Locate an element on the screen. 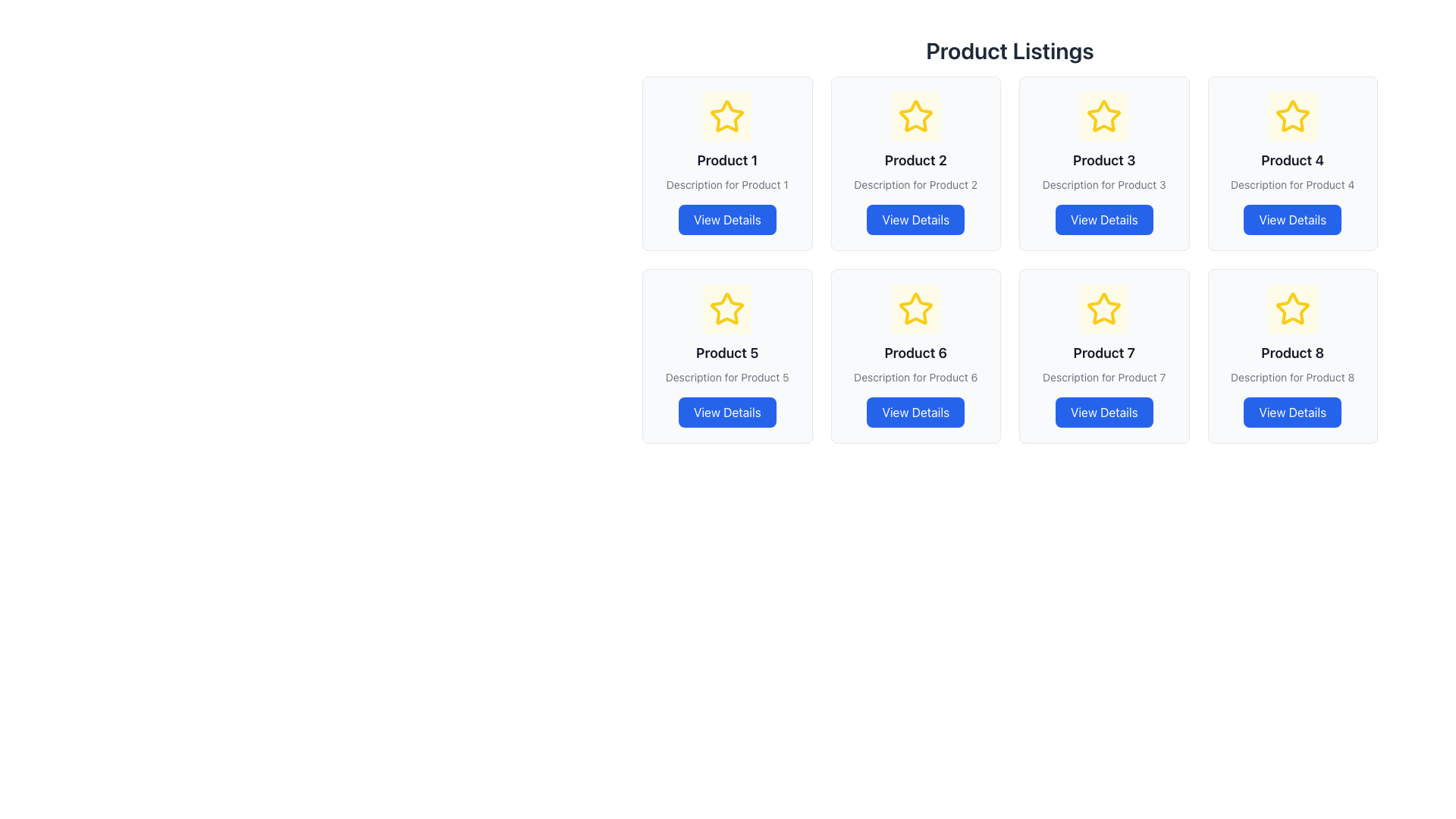  the gray text line that reads 'Description for Product 2', which is located below the title 'Product 2' and above the 'View Details' button in the product card grid is located at coordinates (915, 184).